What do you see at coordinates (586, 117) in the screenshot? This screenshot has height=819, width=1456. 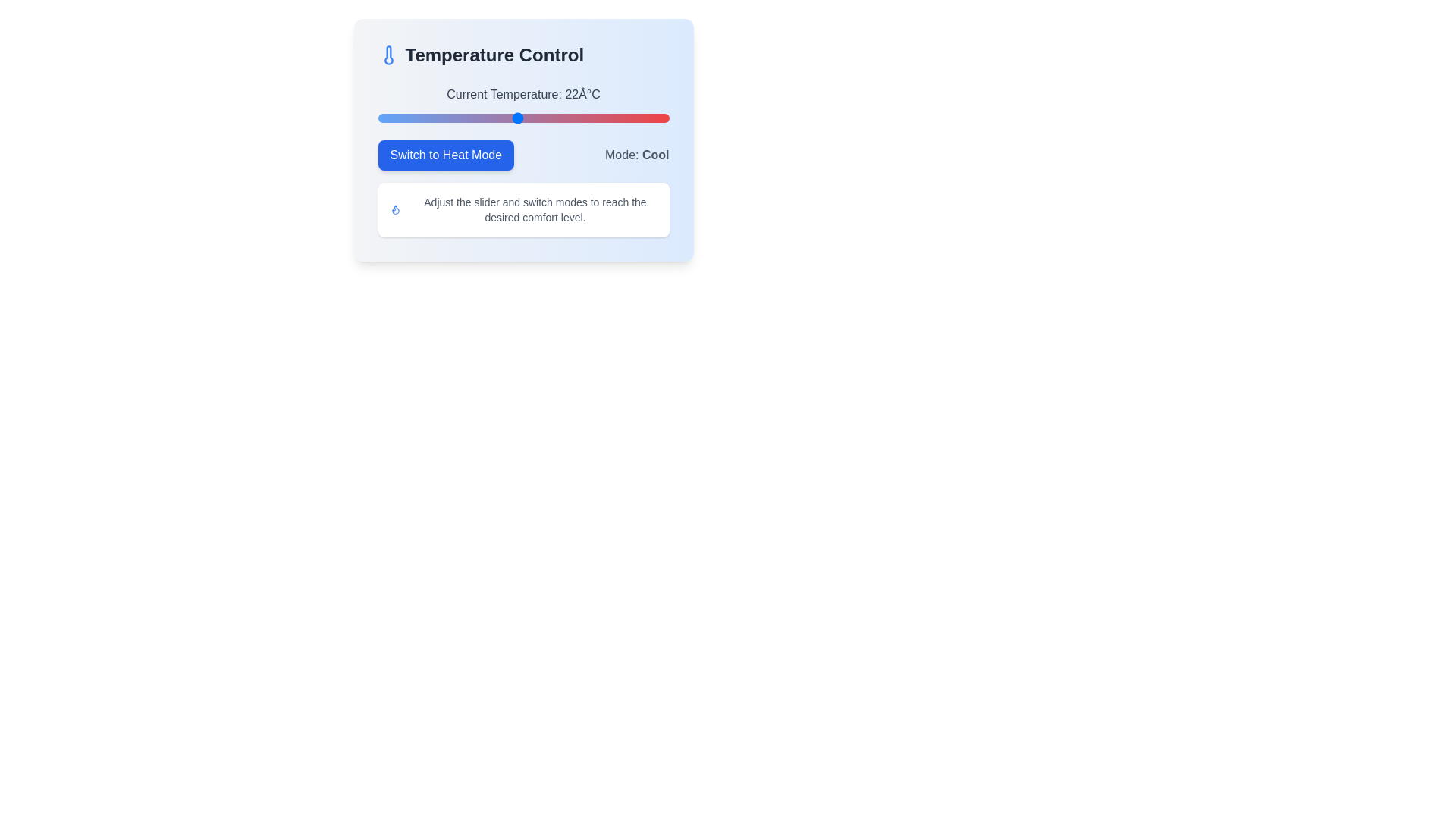 I see `the temperature slider to set the value to 28°C` at bounding box center [586, 117].